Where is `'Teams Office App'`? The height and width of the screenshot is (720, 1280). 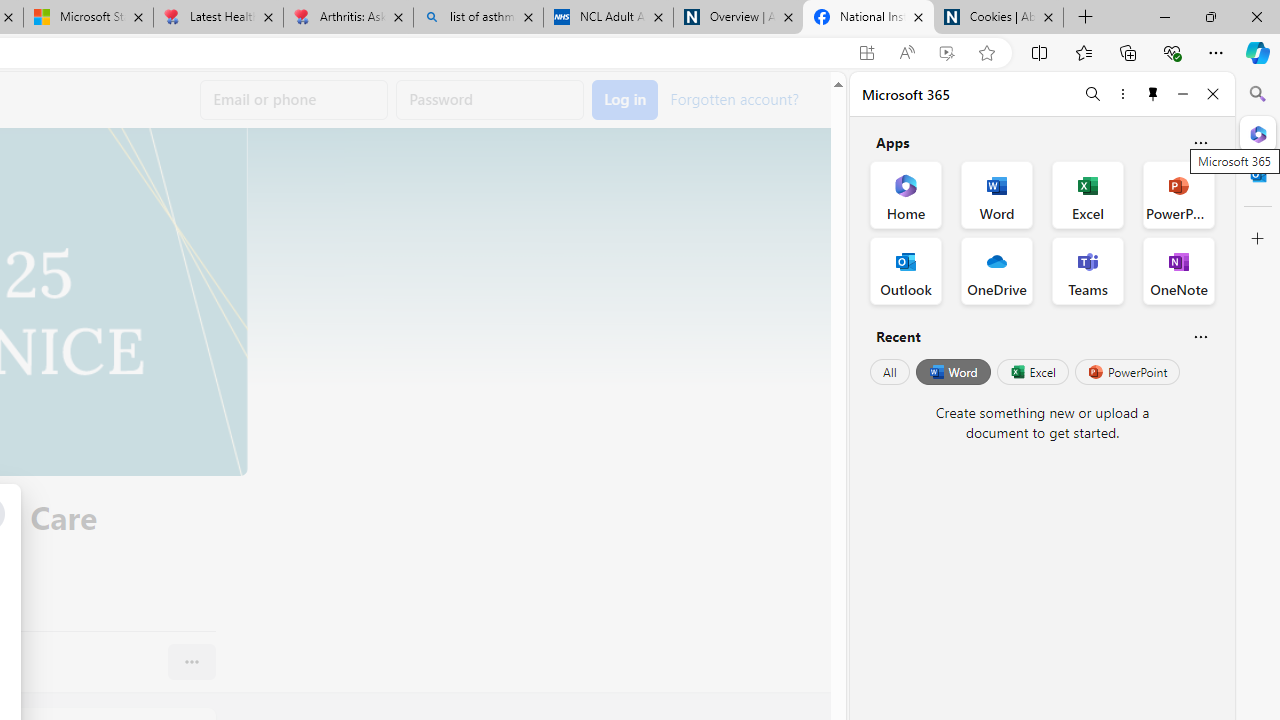
'Teams Office App' is located at coordinates (1087, 271).